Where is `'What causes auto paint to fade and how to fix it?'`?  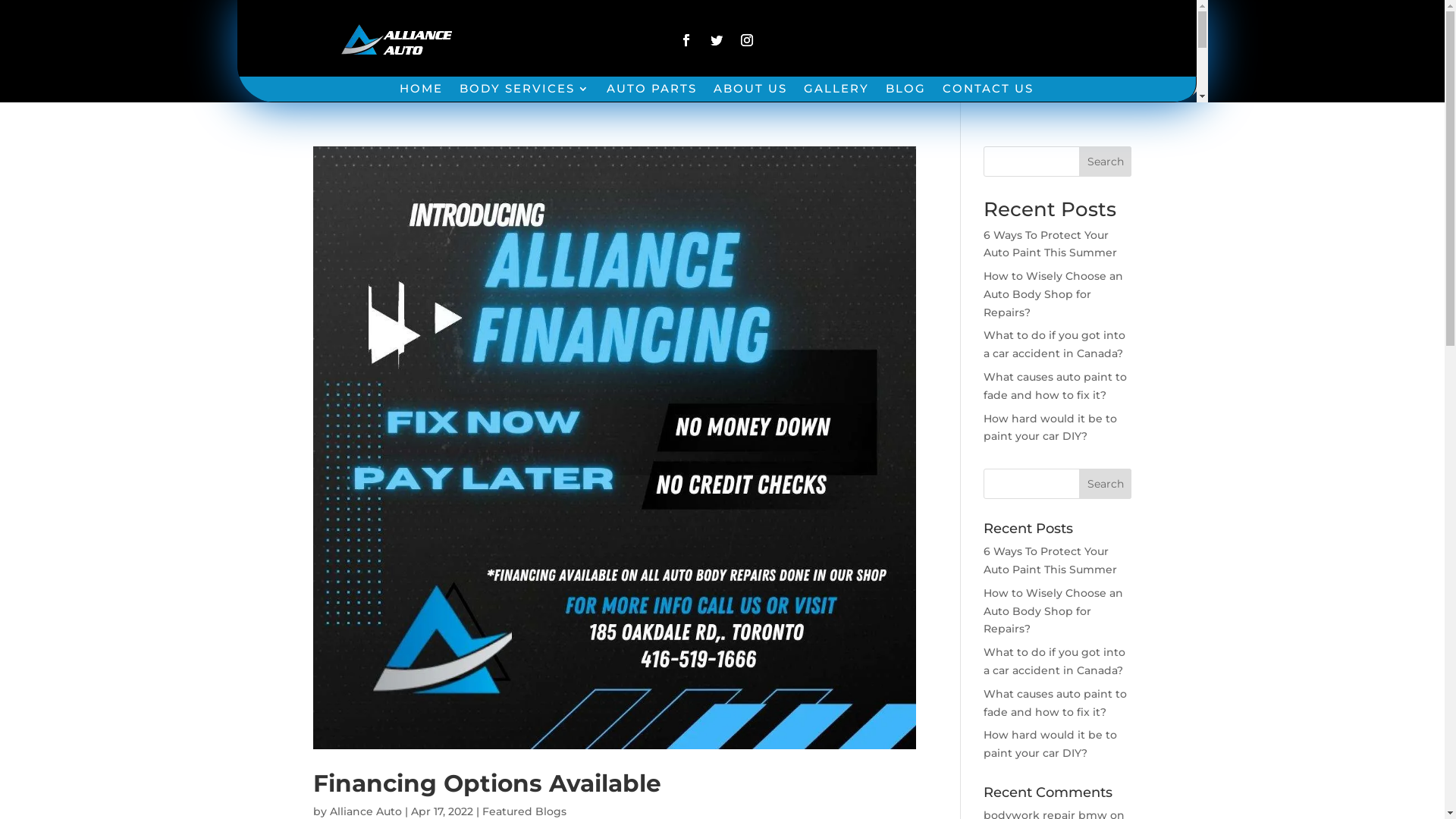 'What causes auto paint to fade and how to fix it?' is located at coordinates (1054, 385).